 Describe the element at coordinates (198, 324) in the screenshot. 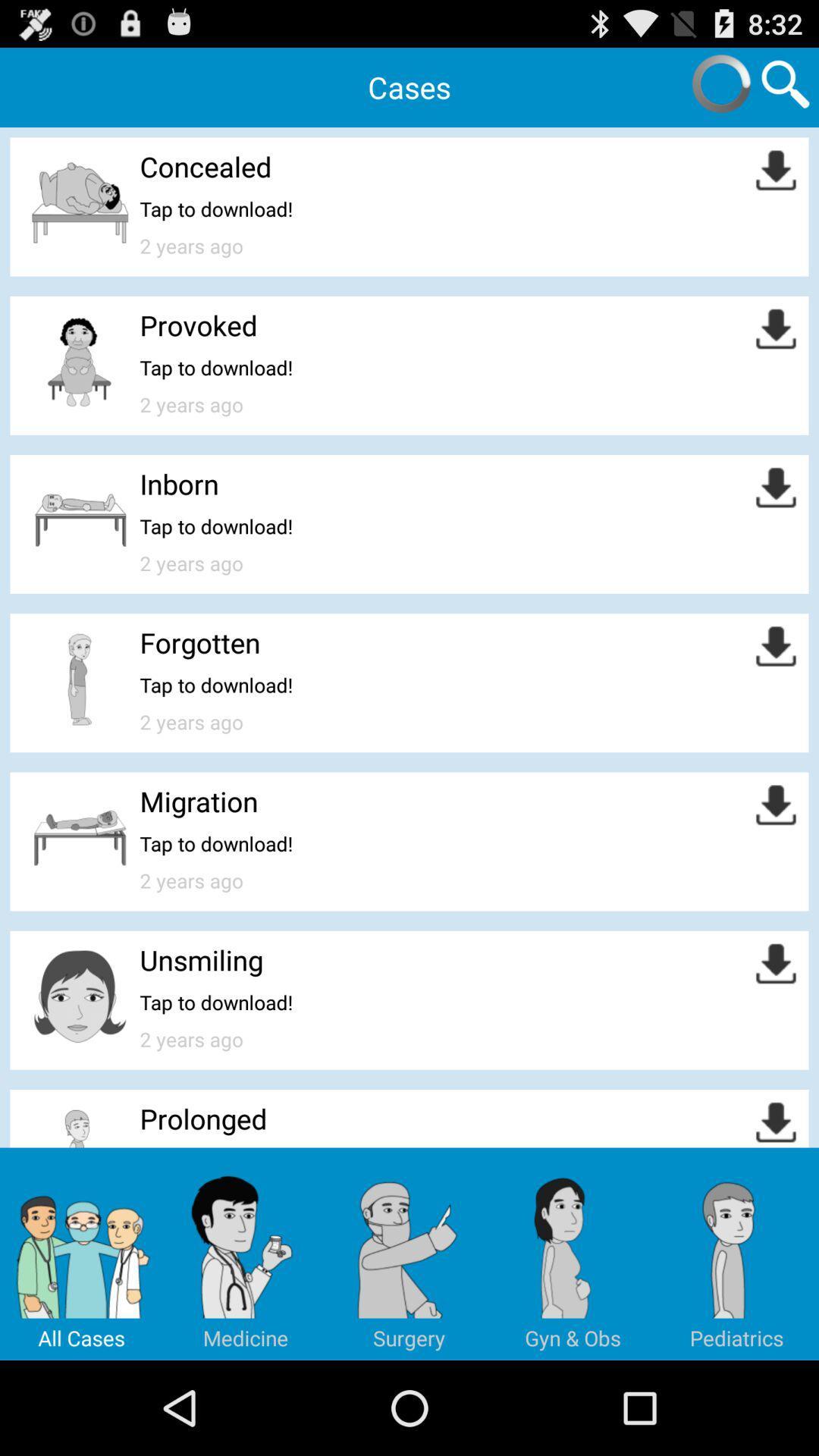

I see `provoked app` at that location.